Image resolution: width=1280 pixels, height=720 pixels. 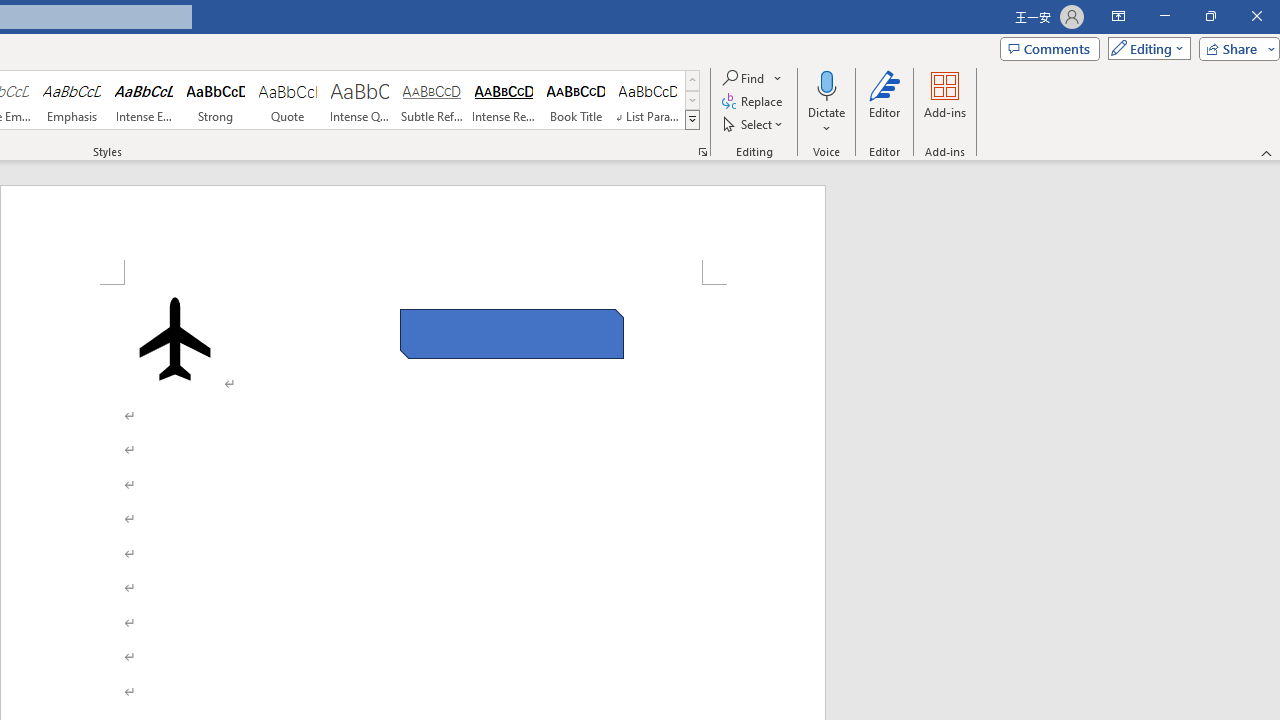 I want to click on 'Book Title', so click(x=575, y=100).